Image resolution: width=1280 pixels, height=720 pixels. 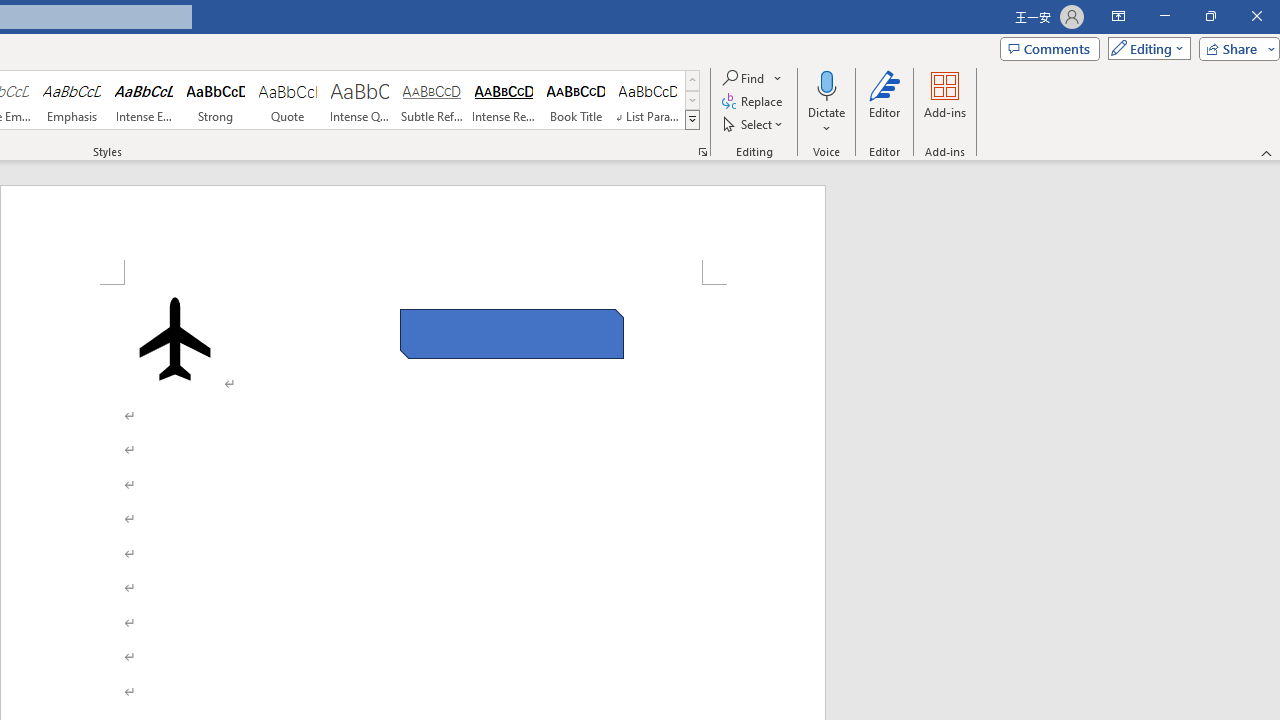 I want to click on 'Book Title', so click(x=575, y=100).